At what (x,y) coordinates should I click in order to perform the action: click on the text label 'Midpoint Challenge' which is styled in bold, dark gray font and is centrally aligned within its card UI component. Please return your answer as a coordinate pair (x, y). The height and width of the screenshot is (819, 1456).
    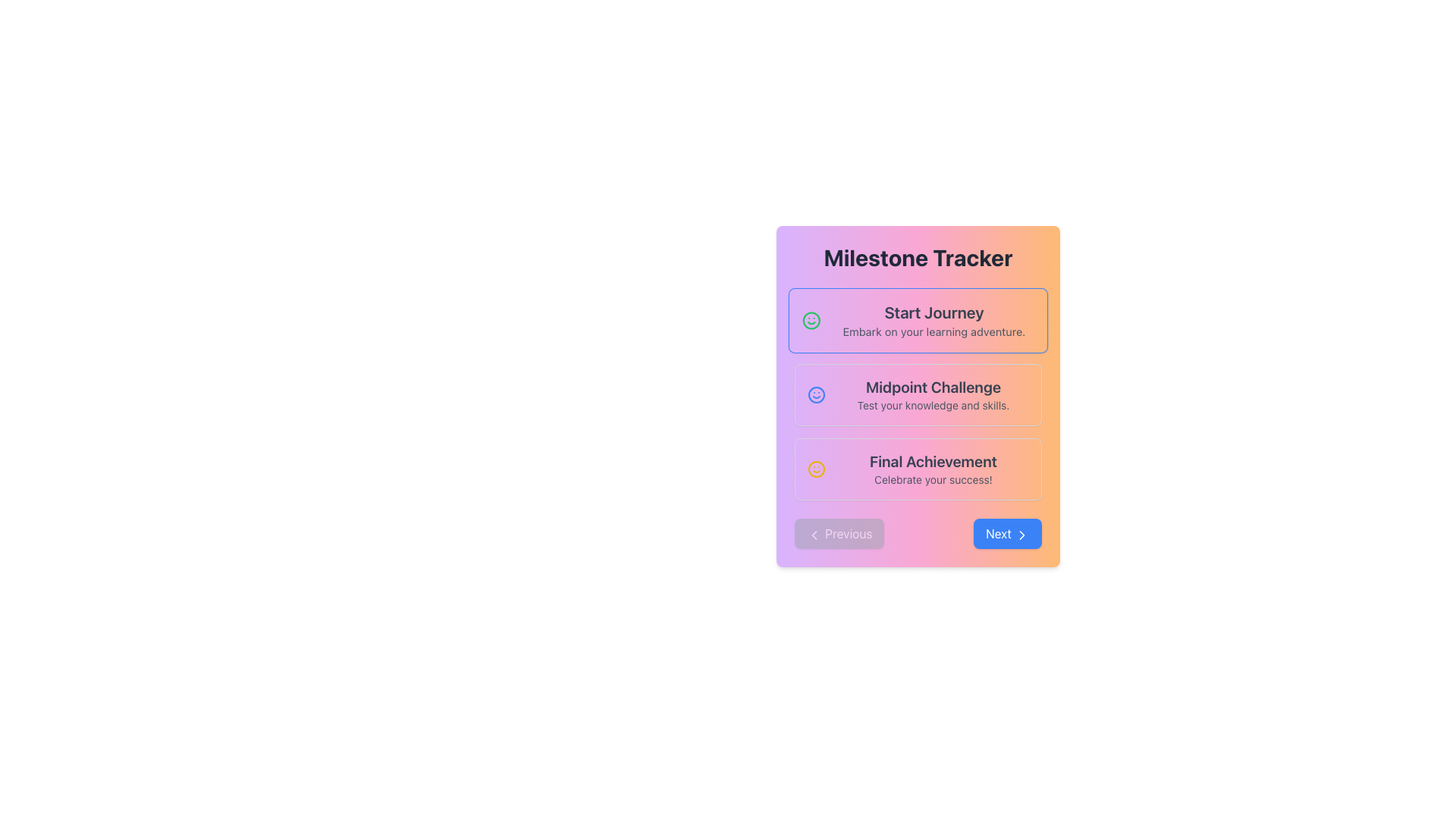
    Looking at the image, I should click on (932, 386).